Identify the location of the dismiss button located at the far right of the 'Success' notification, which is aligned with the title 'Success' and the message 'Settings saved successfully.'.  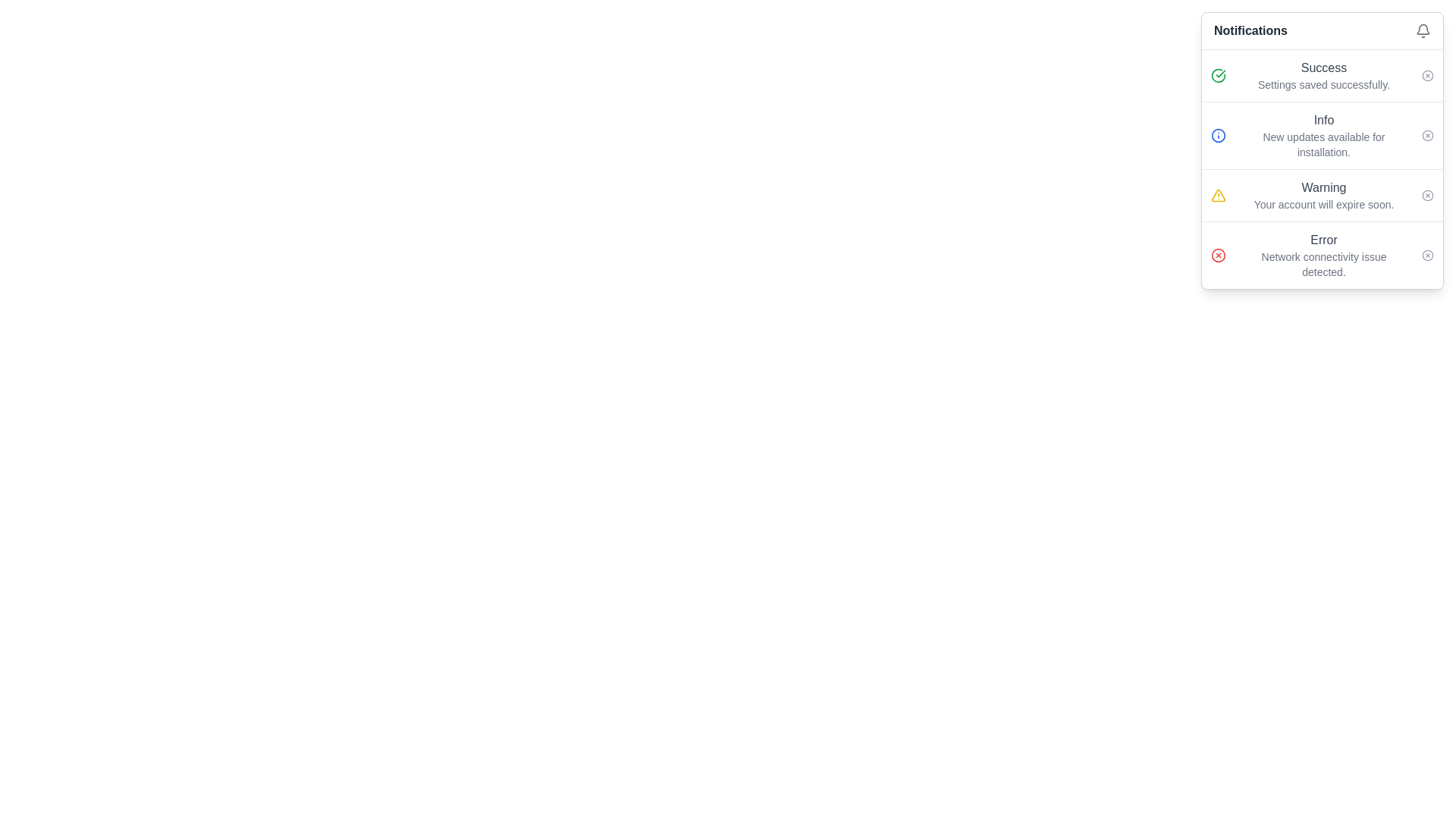
(1426, 76).